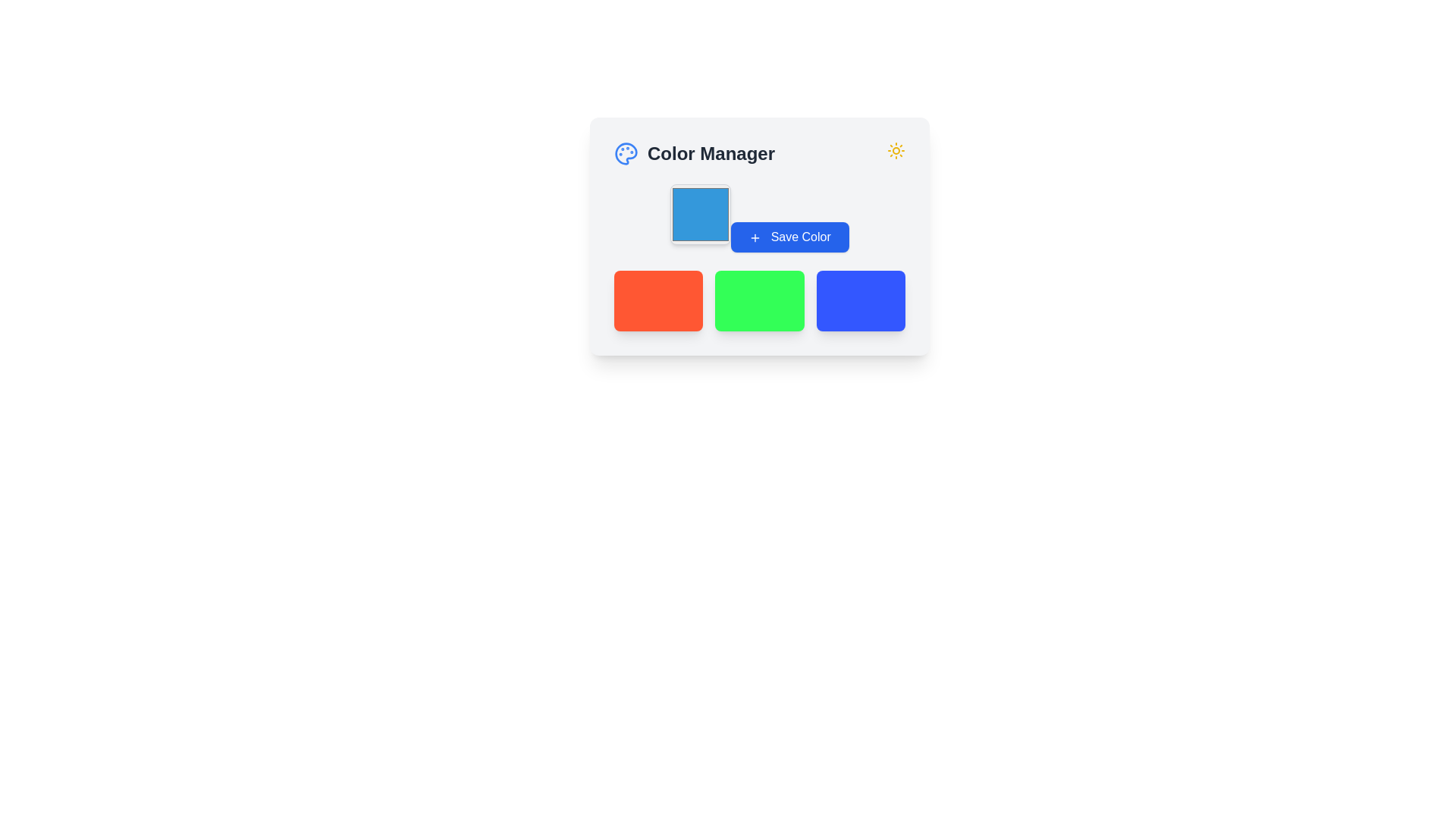 Image resolution: width=1456 pixels, height=819 pixels. I want to click on the static text label displaying 'Color Manager', which is styled in a large, bold font and located next to a color palette icon on the left side, so click(711, 154).